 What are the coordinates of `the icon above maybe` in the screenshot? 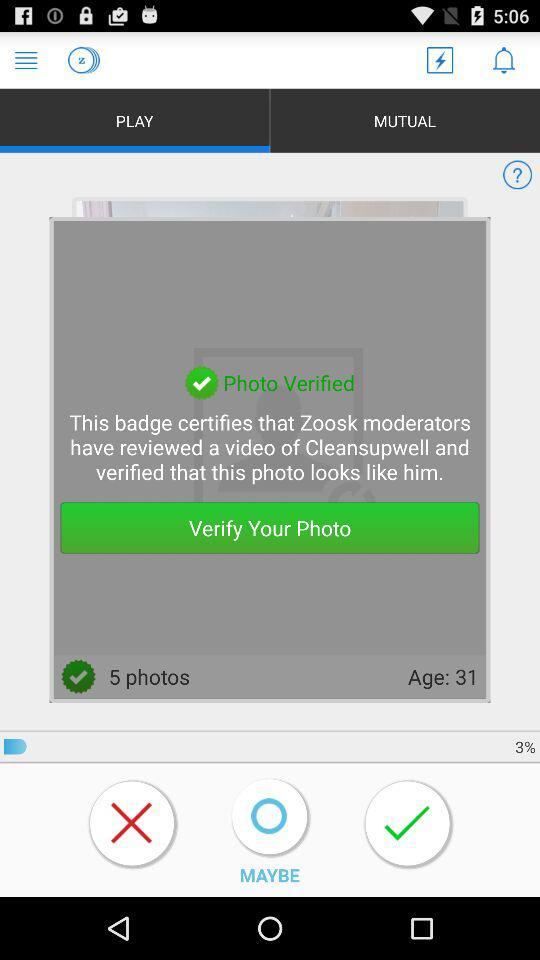 It's located at (269, 816).